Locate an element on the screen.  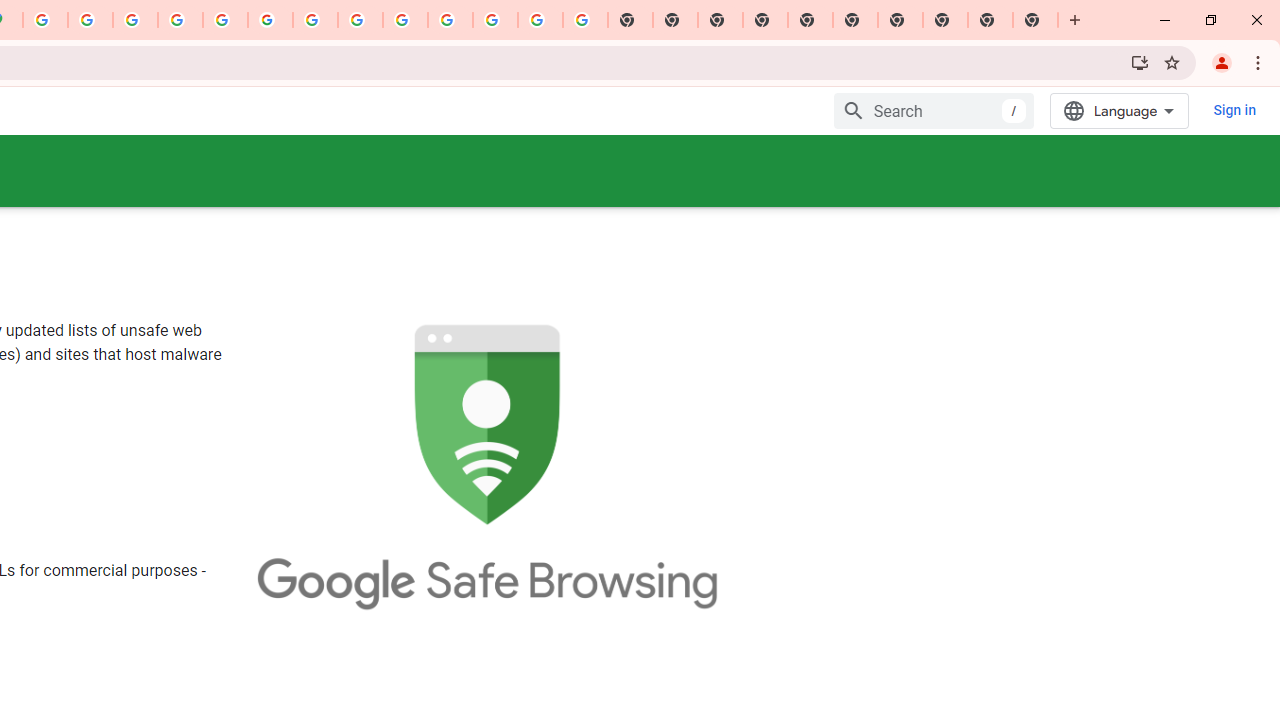
'New Tab' is located at coordinates (1035, 20).